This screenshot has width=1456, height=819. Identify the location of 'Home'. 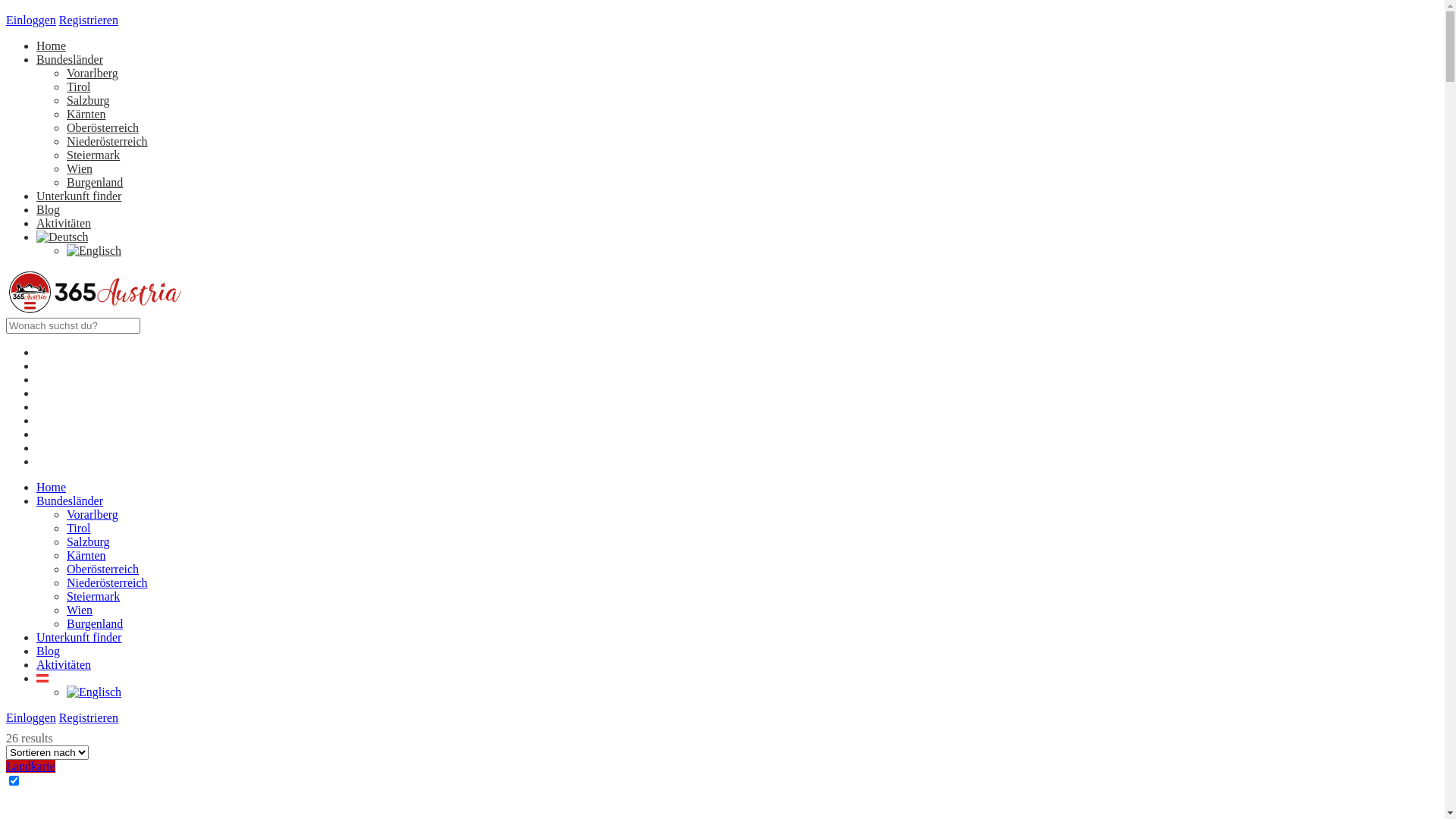
(51, 45).